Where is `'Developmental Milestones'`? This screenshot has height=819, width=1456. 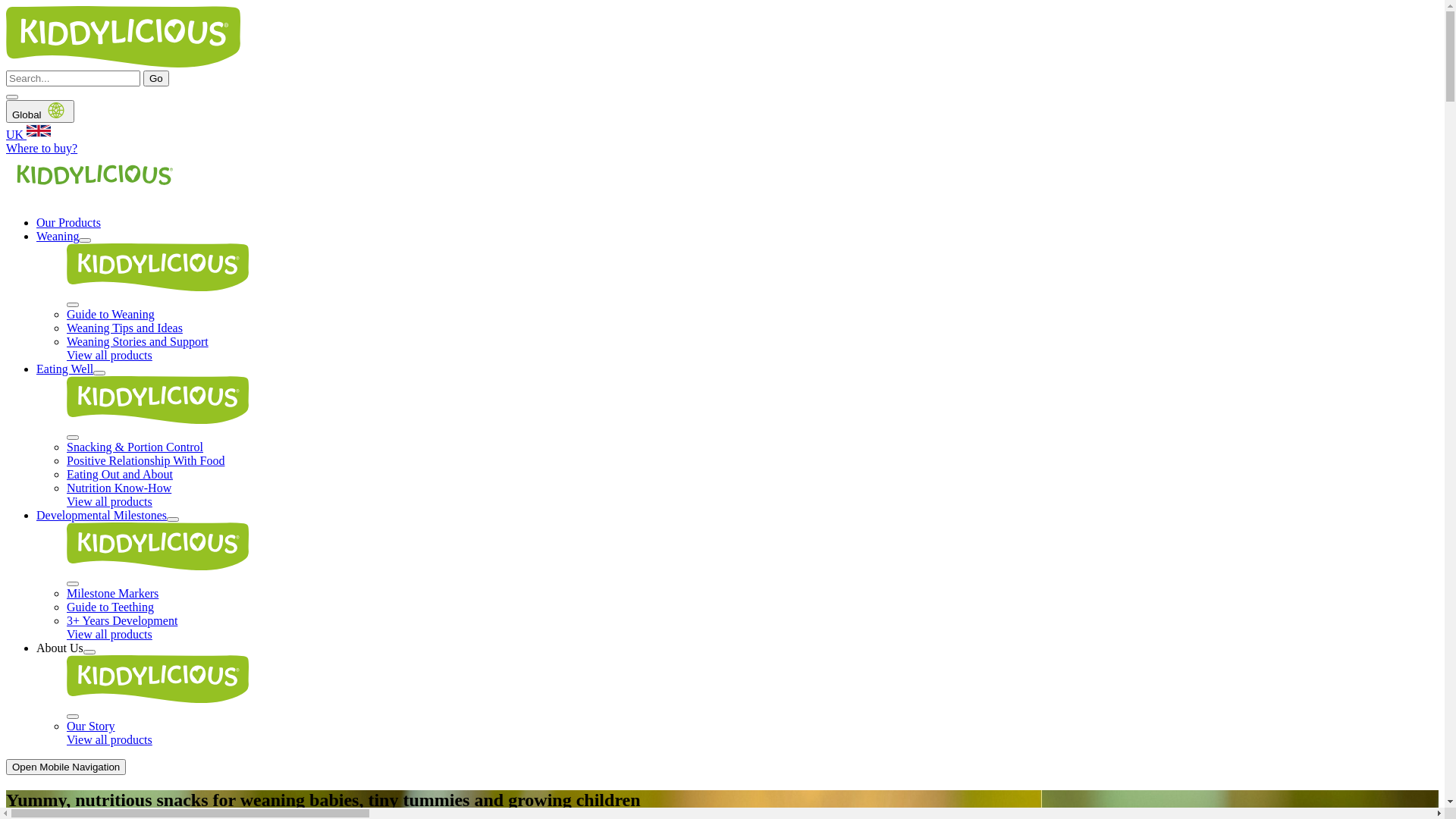
'Developmental Milestones' is located at coordinates (101, 514).